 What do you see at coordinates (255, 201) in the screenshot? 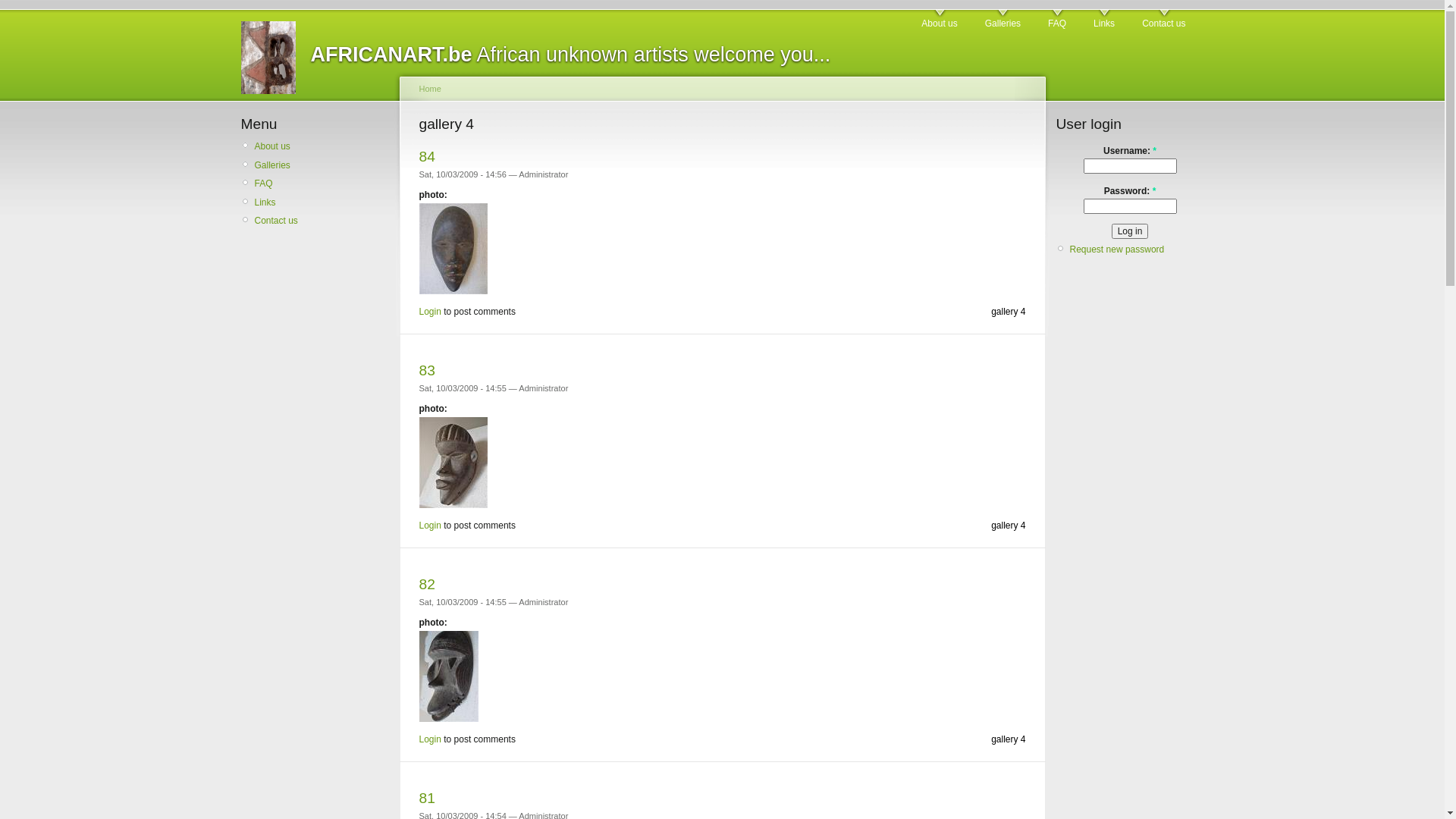
I see `'Links'` at bounding box center [255, 201].